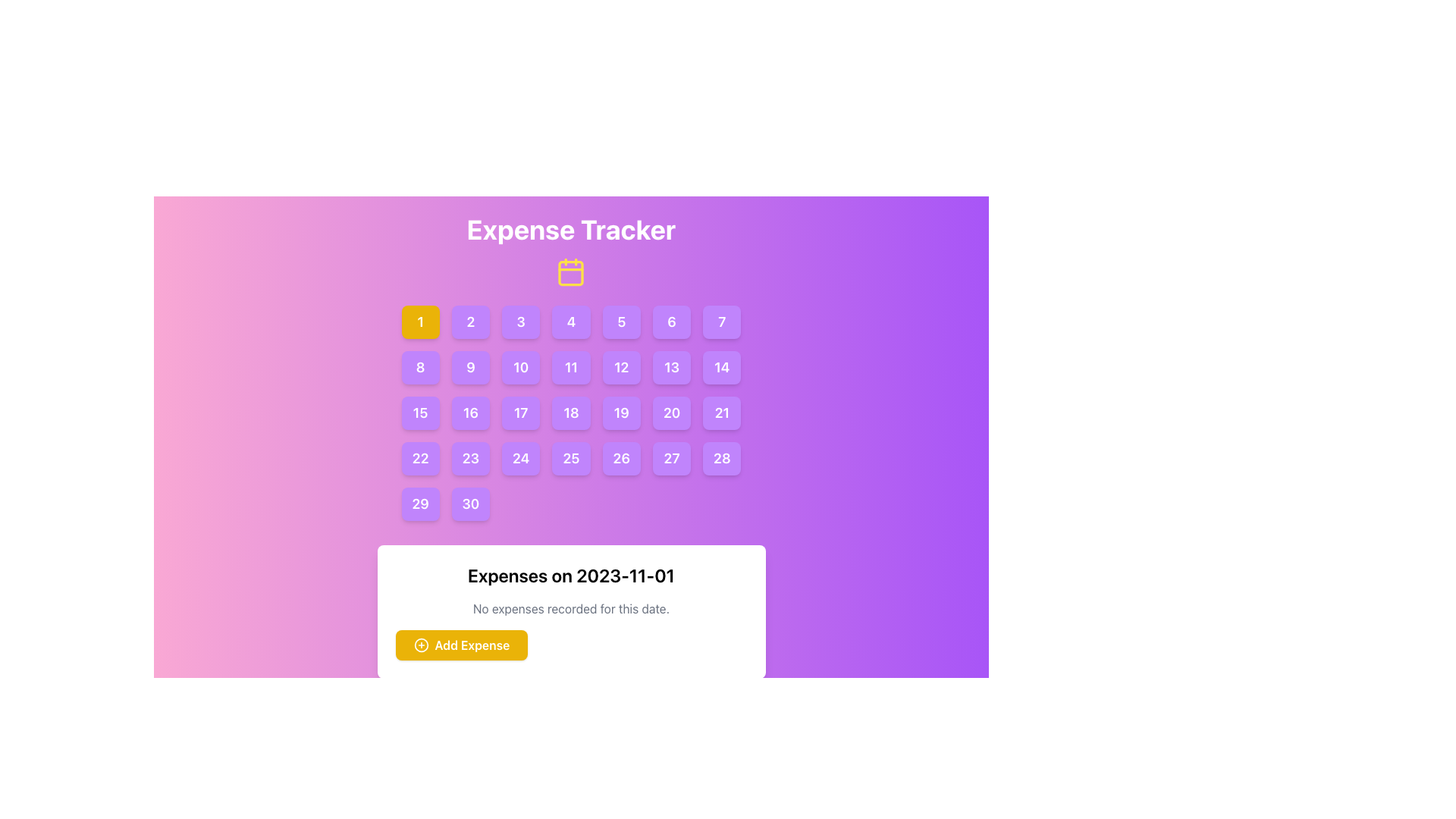 This screenshot has height=819, width=1456. Describe the element at coordinates (521, 413) in the screenshot. I see `the clickable button representing the 17th day in the calendar grid` at that location.